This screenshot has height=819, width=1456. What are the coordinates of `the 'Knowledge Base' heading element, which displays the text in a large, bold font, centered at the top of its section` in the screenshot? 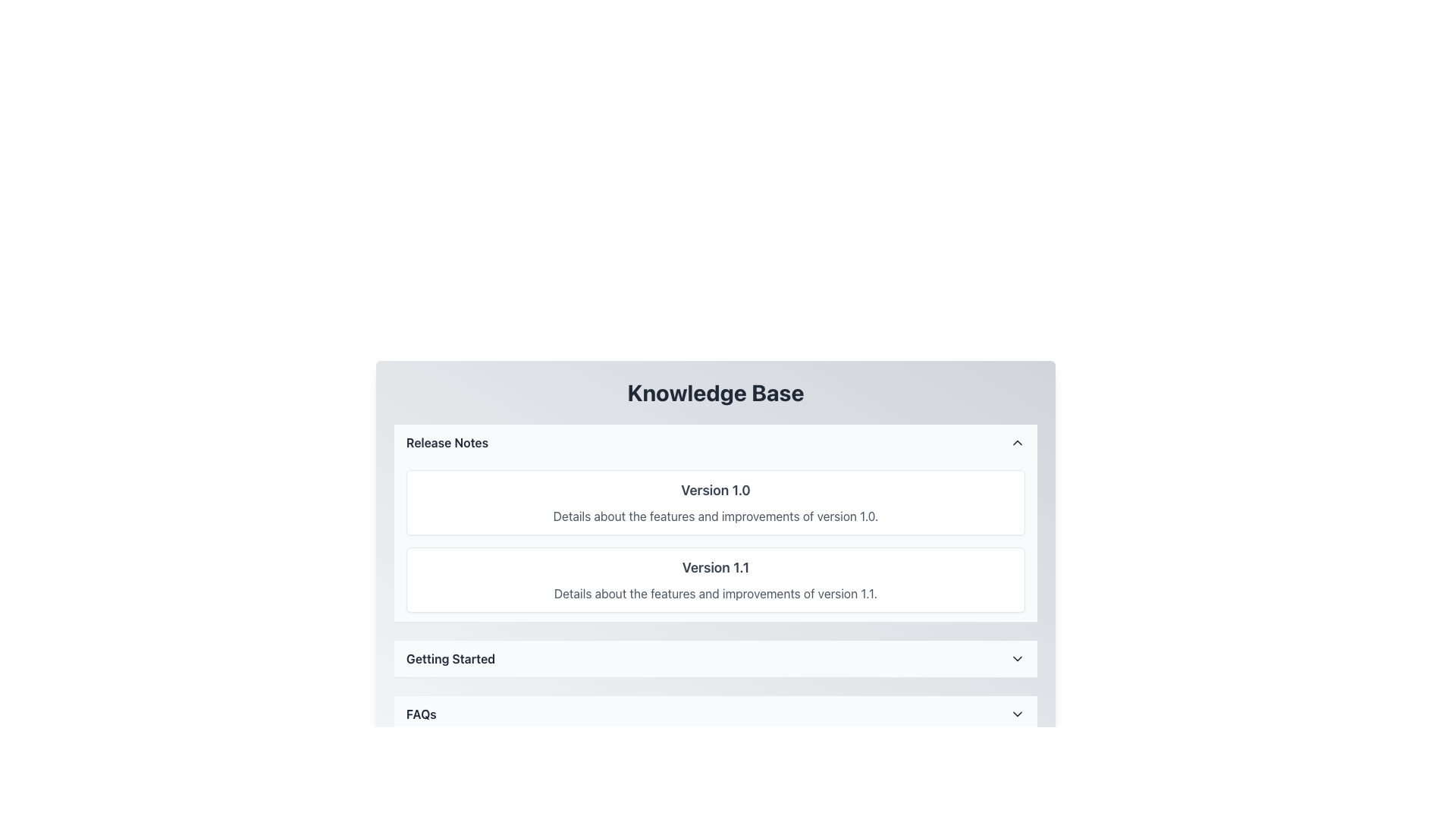 It's located at (715, 391).